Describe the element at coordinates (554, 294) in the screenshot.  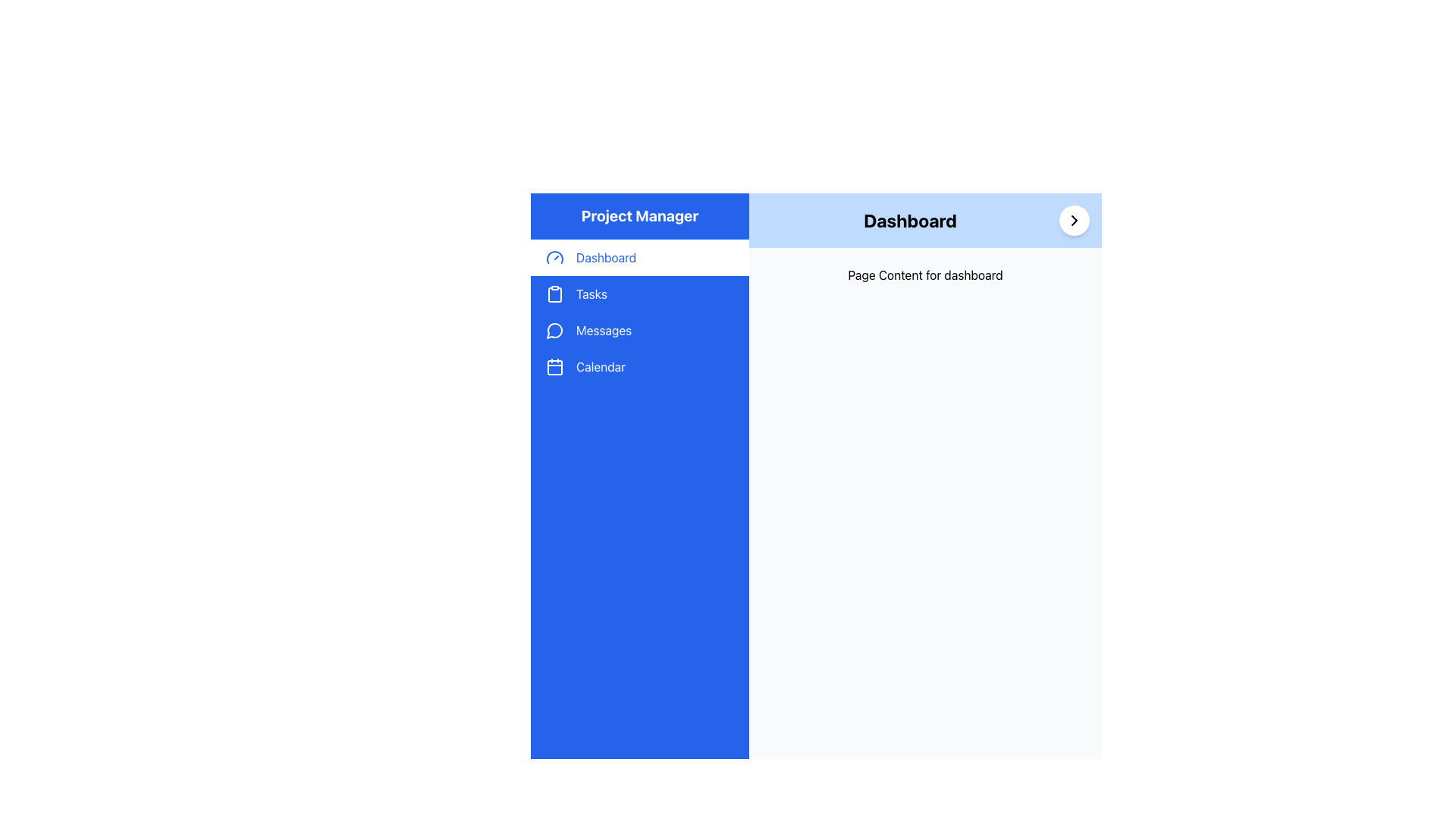
I see `the clipboard icon` at that location.